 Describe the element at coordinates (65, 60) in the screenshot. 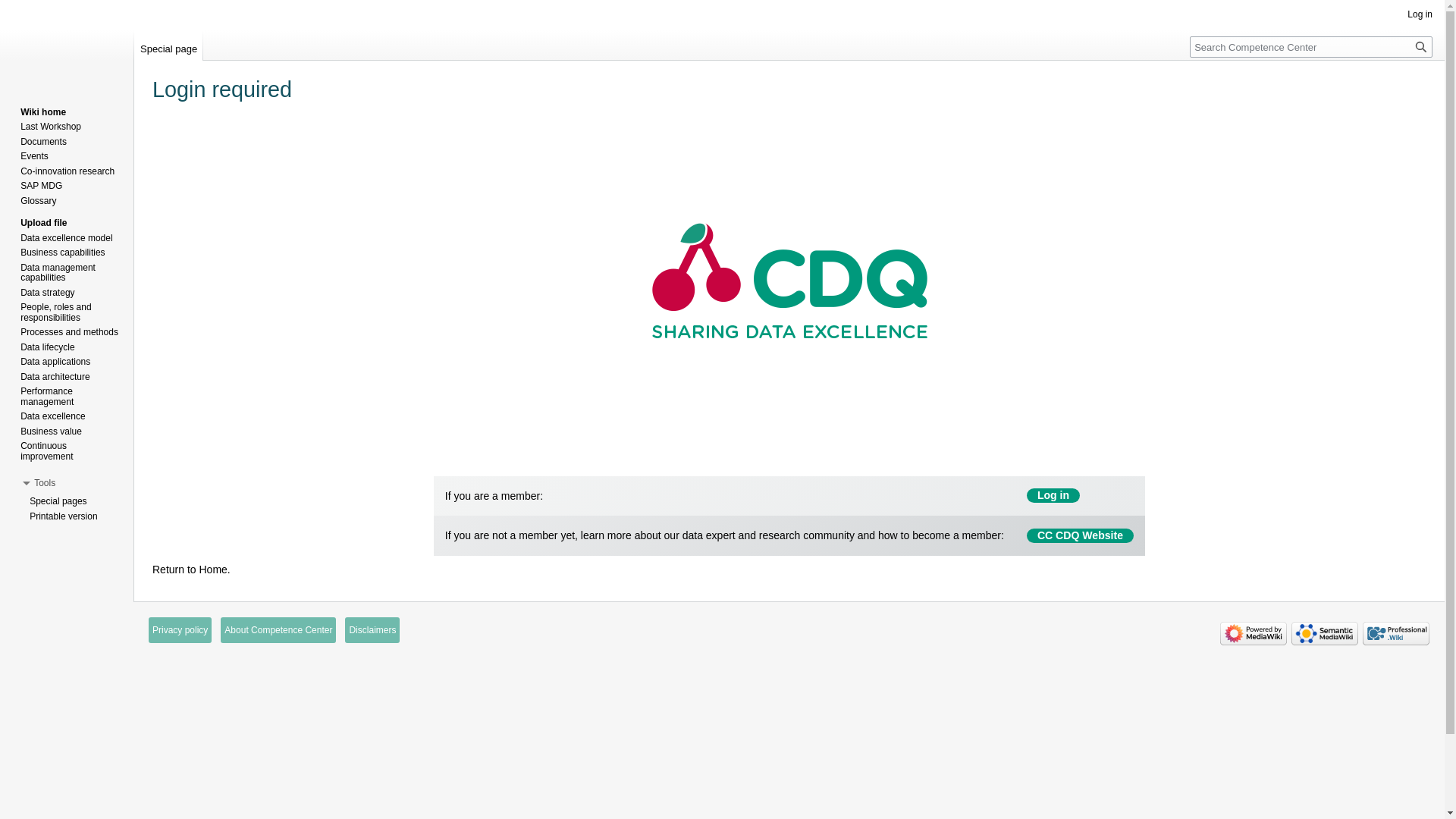

I see `'Visit the main page'` at that location.